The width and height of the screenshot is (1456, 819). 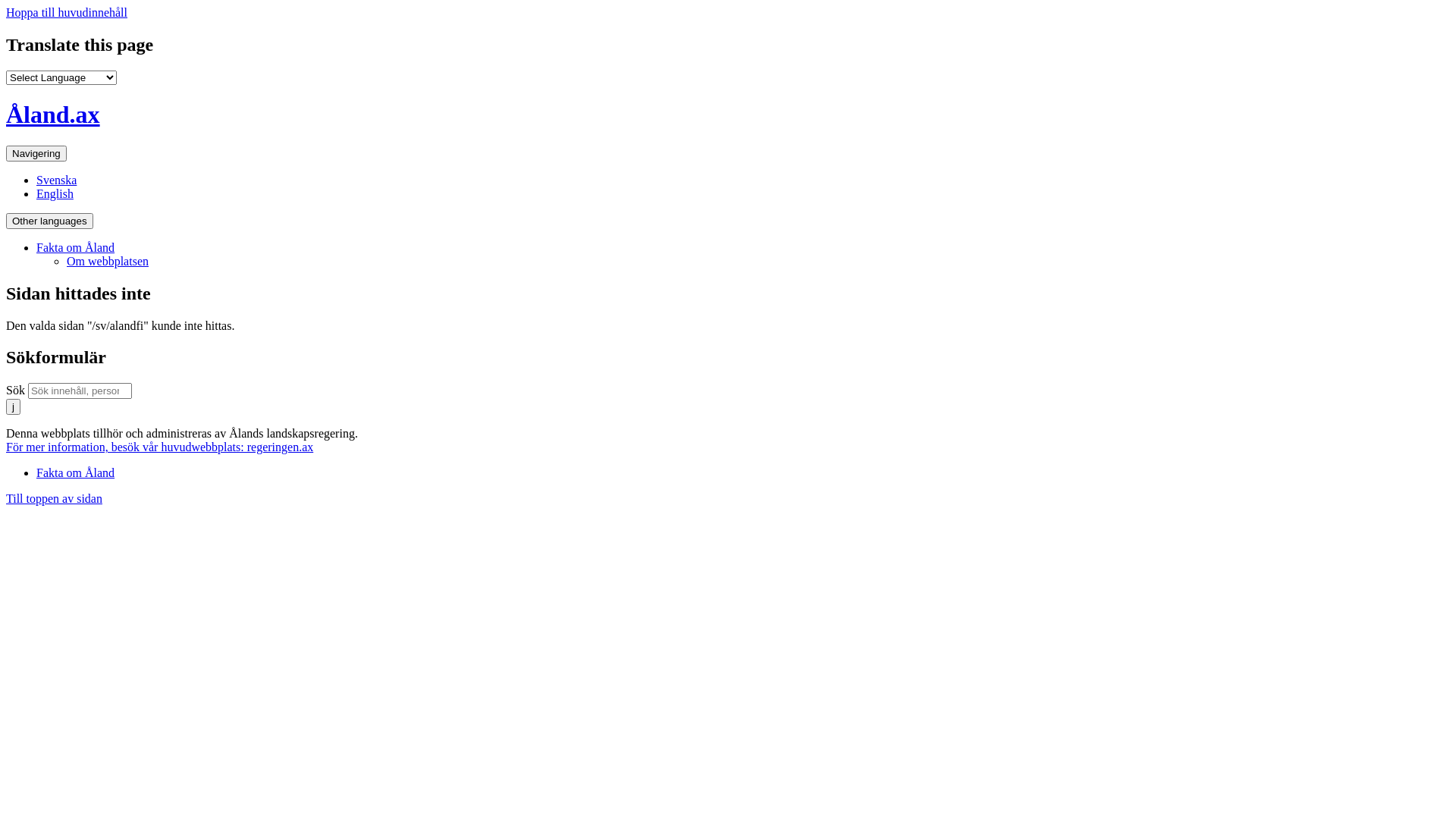 I want to click on 'English', so click(x=36, y=193).